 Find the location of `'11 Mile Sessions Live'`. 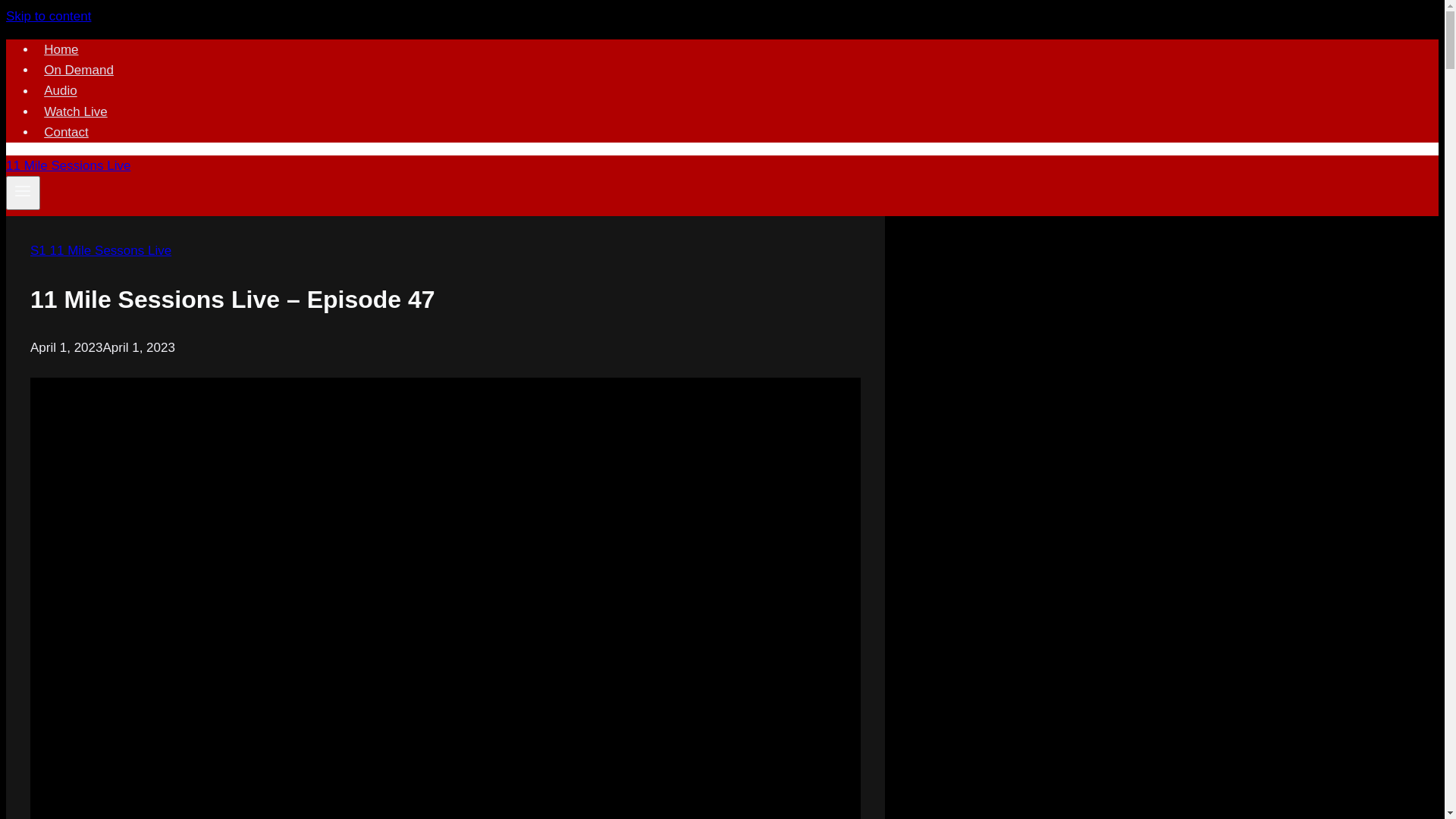

'11 Mile Sessions Live' is located at coordinates (67, 165).